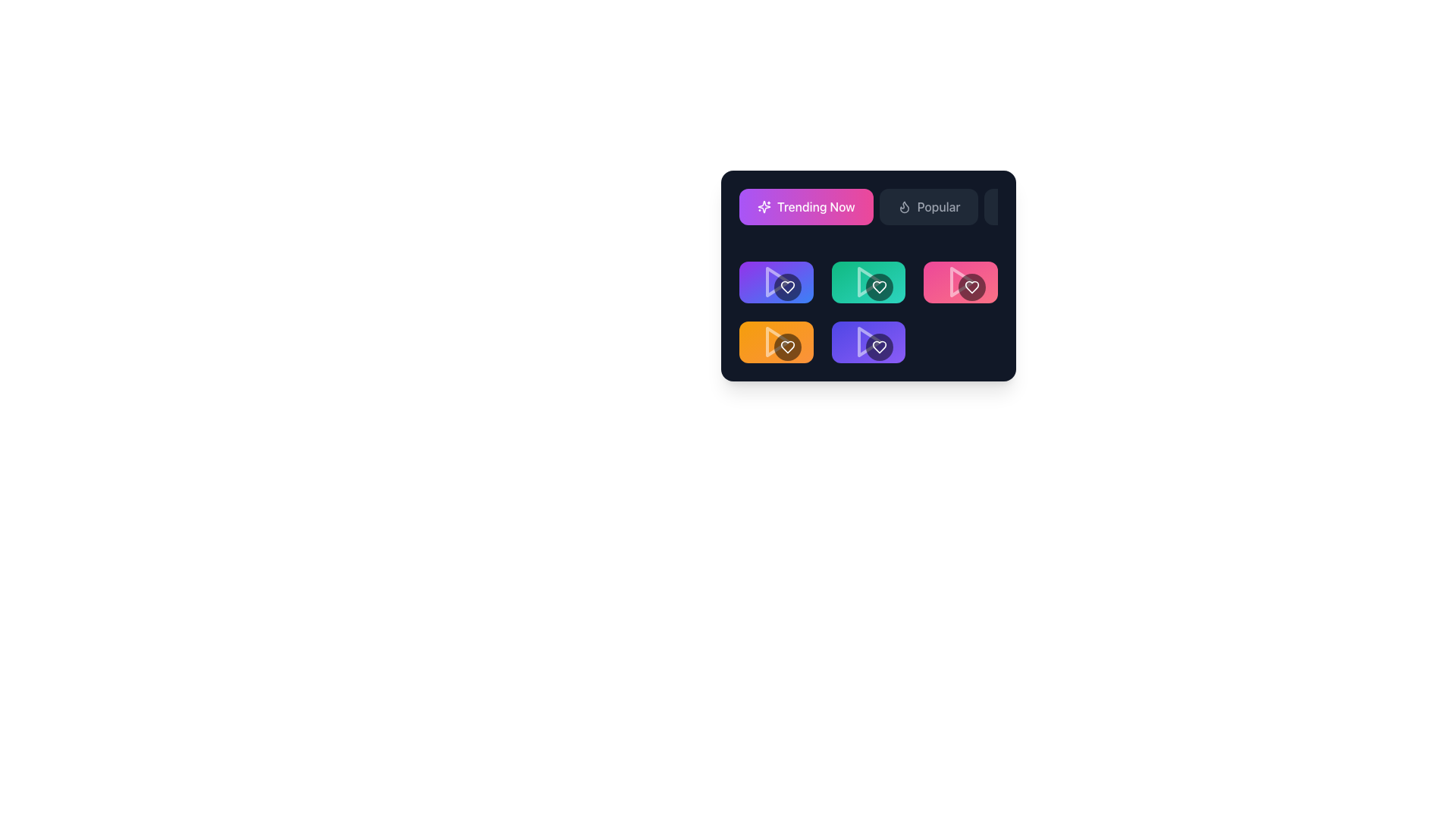 The width and height of the screenshot is (1456, 819). Describe the element at coordinates (880, 334) in the screenshot. I see `the like button located at the rightmost edge of its group to activate hover effects` at that location.